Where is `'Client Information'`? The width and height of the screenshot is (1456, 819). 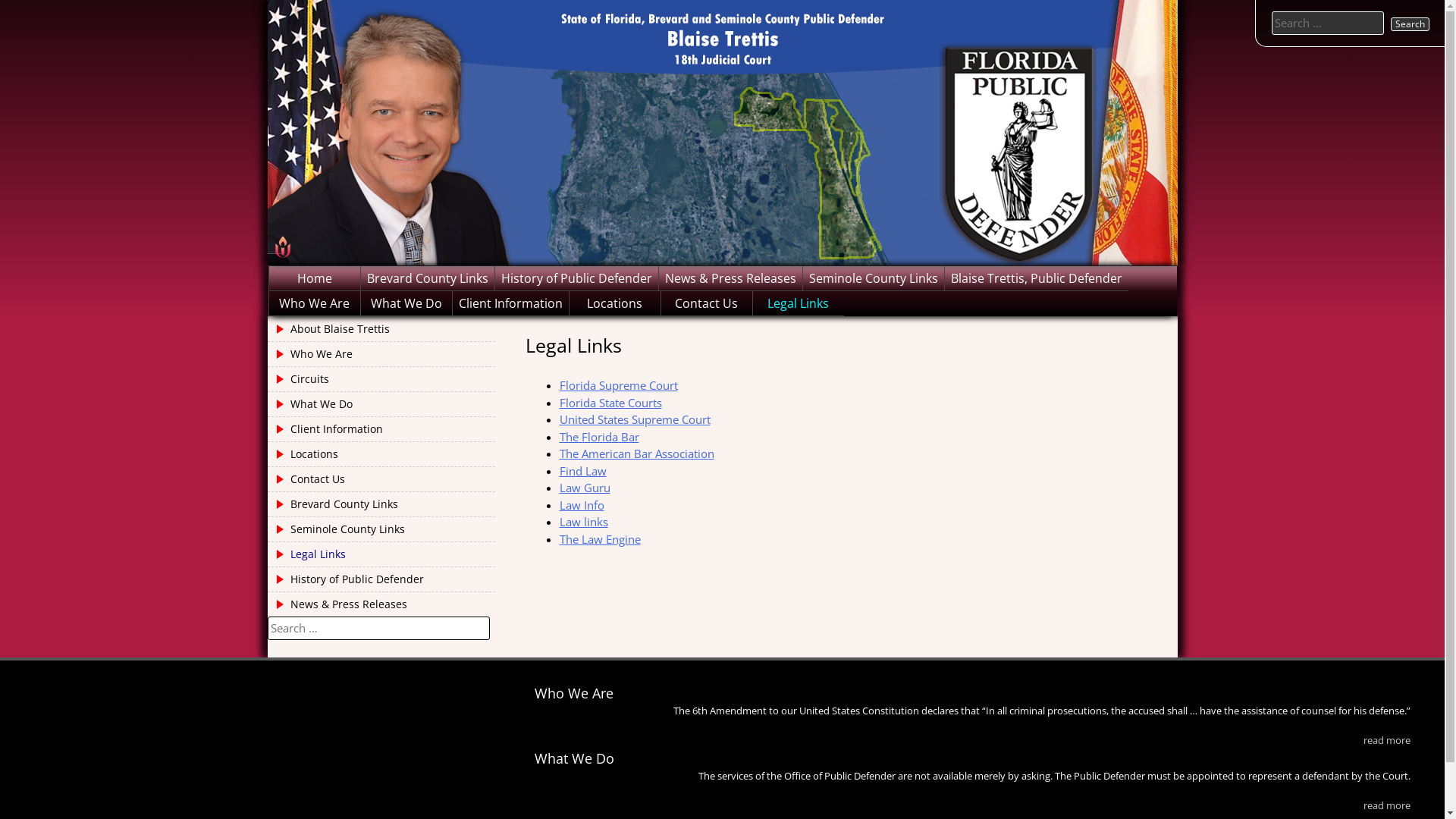
'Client Information' is located at coordinates (266, 429).